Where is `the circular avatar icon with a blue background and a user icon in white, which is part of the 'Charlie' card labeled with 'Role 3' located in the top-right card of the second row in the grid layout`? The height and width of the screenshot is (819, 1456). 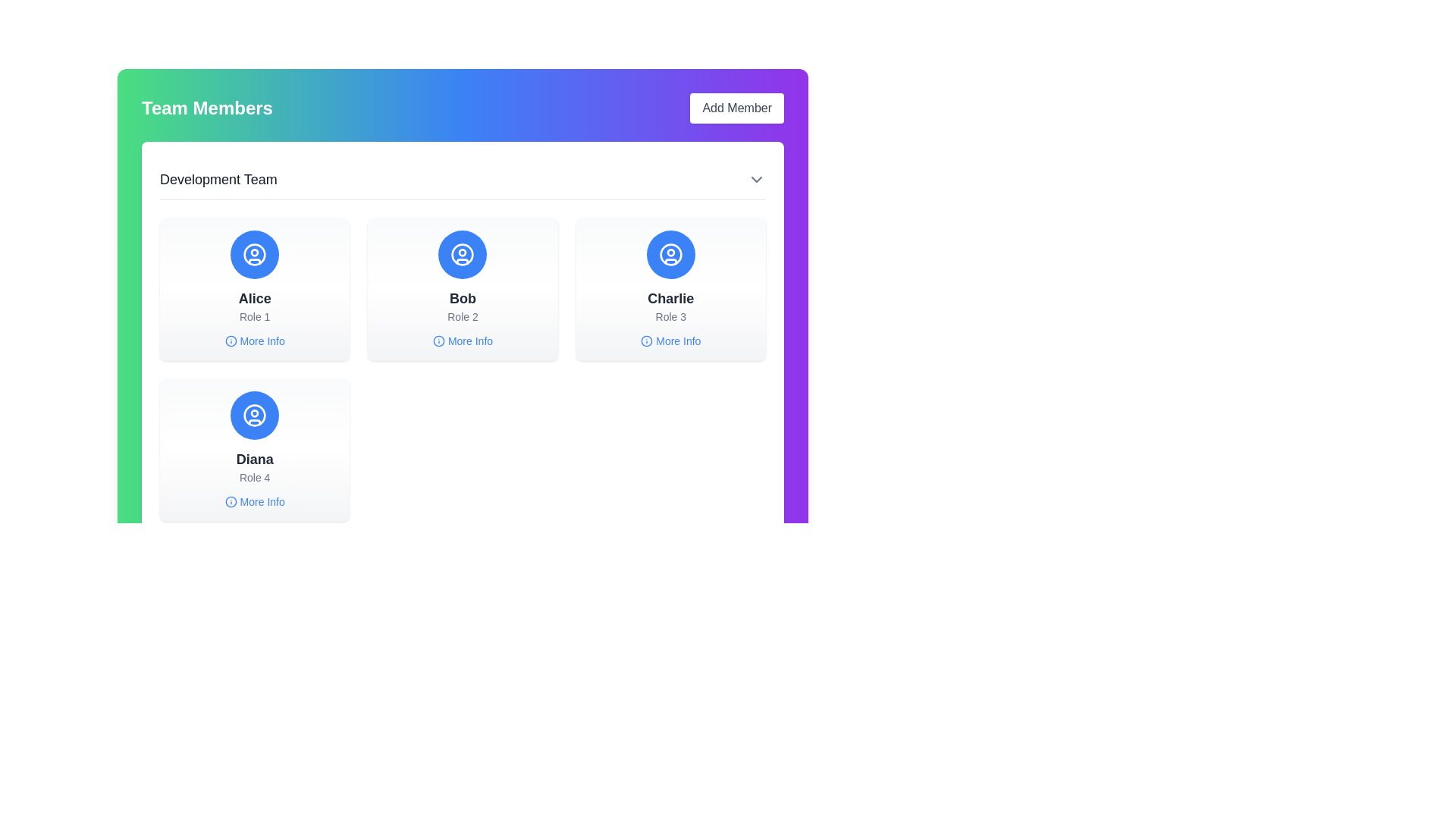
the circular avatar icon with a blue background and a user icon in white, which is part of the 'Charlie' card labeled with 'Role 3' located in the top-right card of the second row in the grid layout is located at coordinates (670, 253).